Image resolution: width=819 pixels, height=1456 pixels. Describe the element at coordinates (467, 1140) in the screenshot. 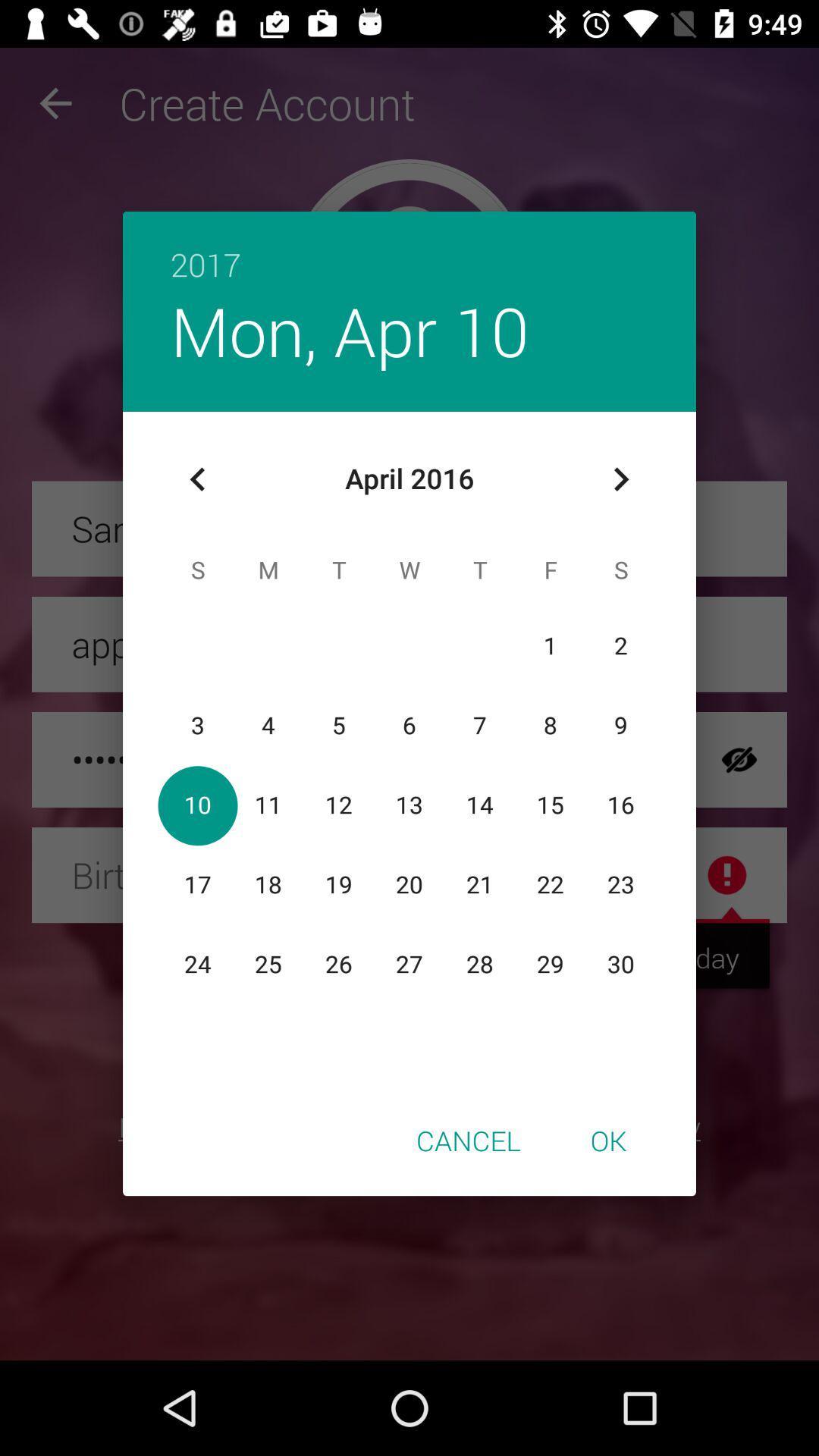

I see `item next to the ok item` at that location.